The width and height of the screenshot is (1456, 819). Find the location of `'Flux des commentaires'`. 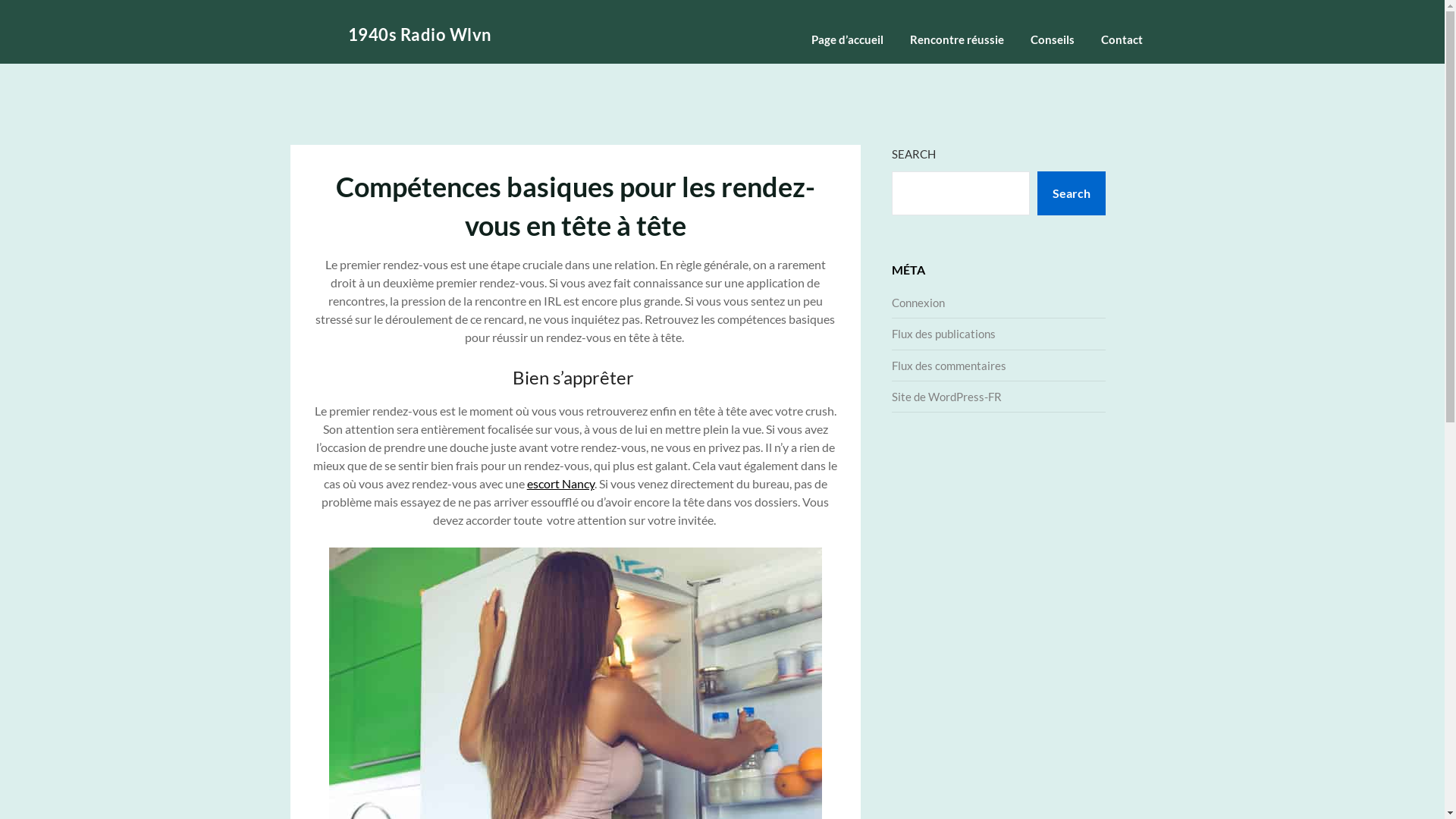

'Flux des commentaires' is located at coordinates (948, 366).